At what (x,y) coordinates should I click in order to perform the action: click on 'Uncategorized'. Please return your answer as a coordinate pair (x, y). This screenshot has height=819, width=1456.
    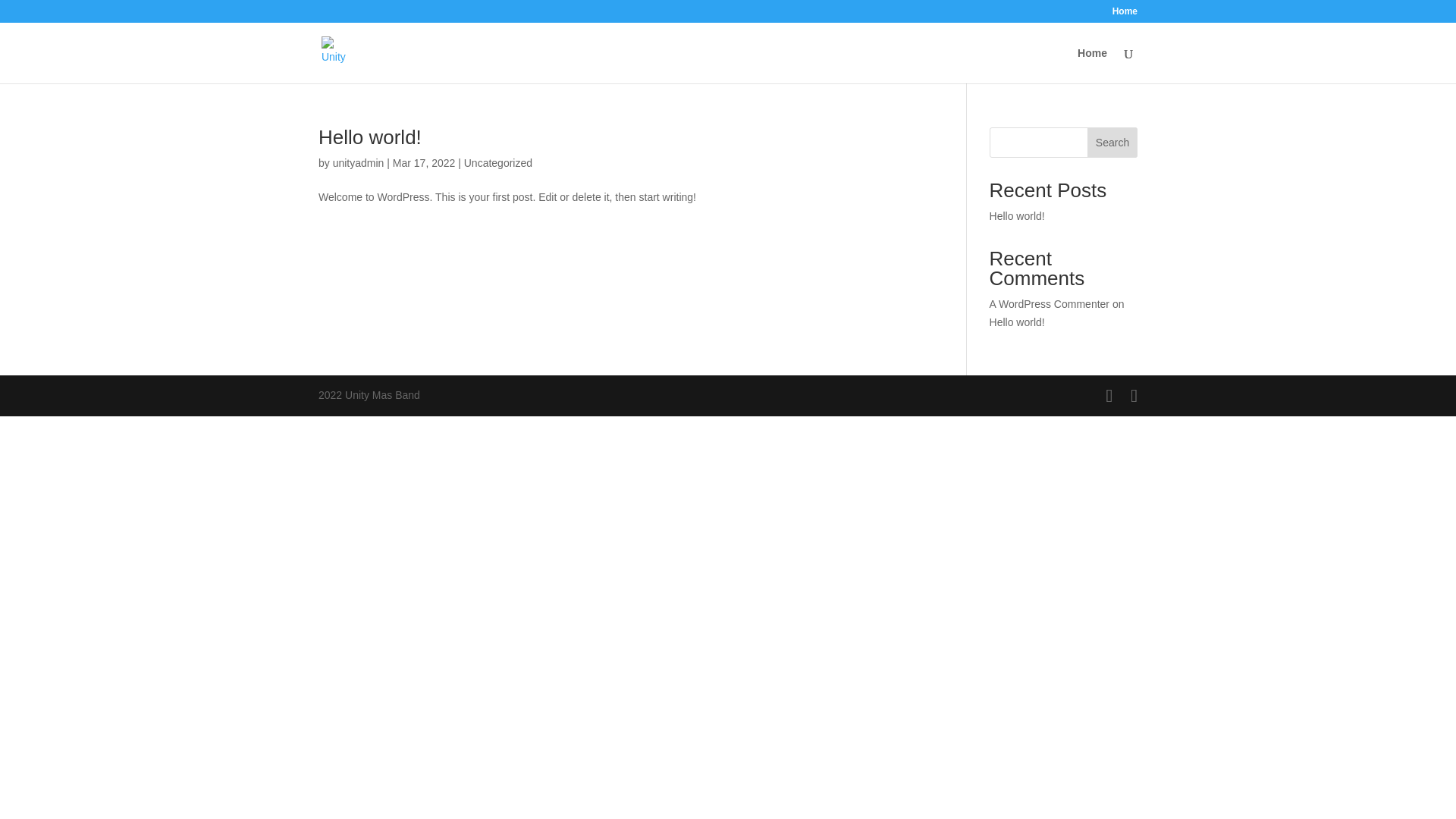
    Looking at the image, I should click on (498, 163).